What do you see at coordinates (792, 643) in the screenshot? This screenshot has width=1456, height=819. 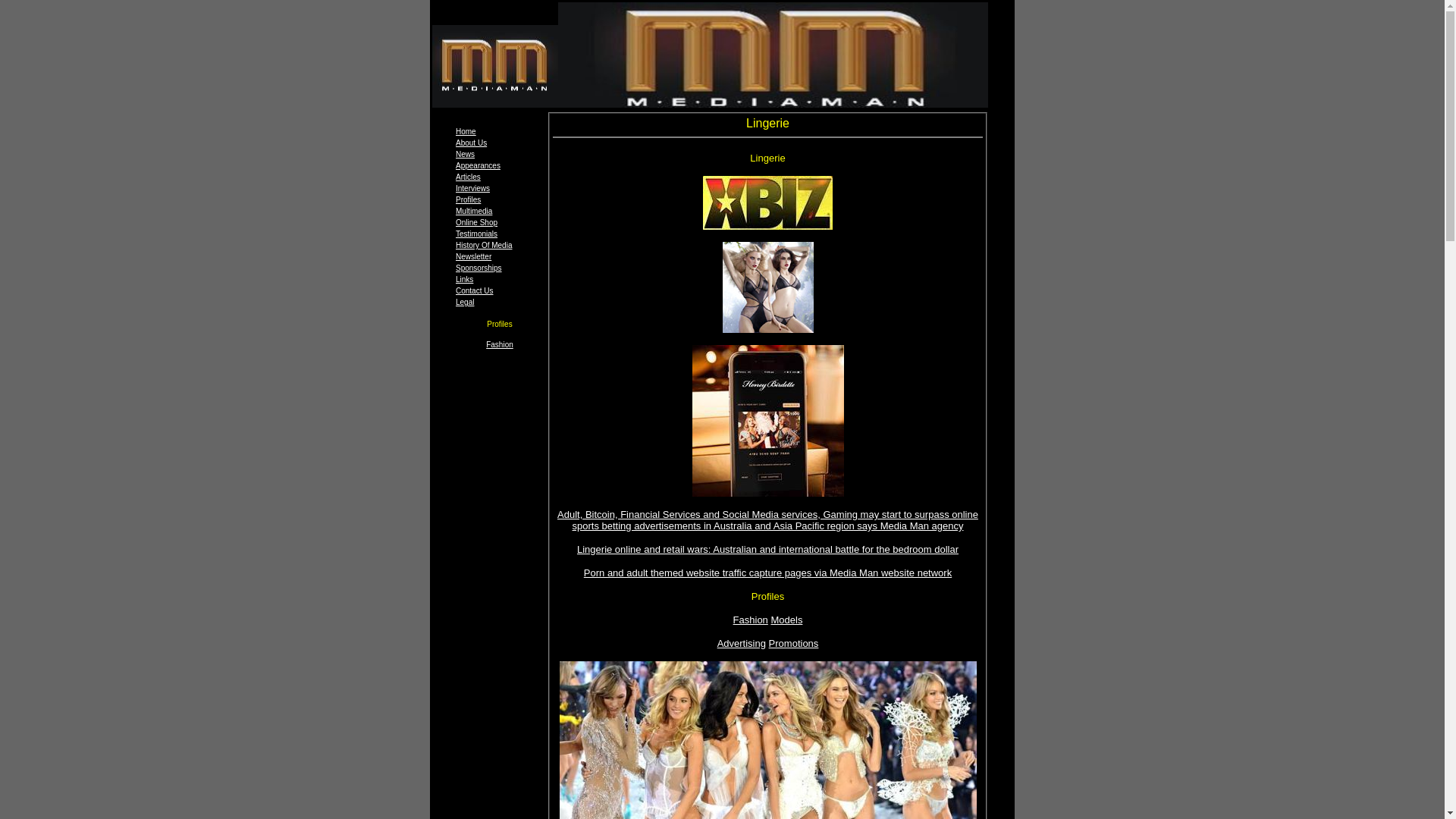 I see `'Promotions'` at bounding box center [792, 643].